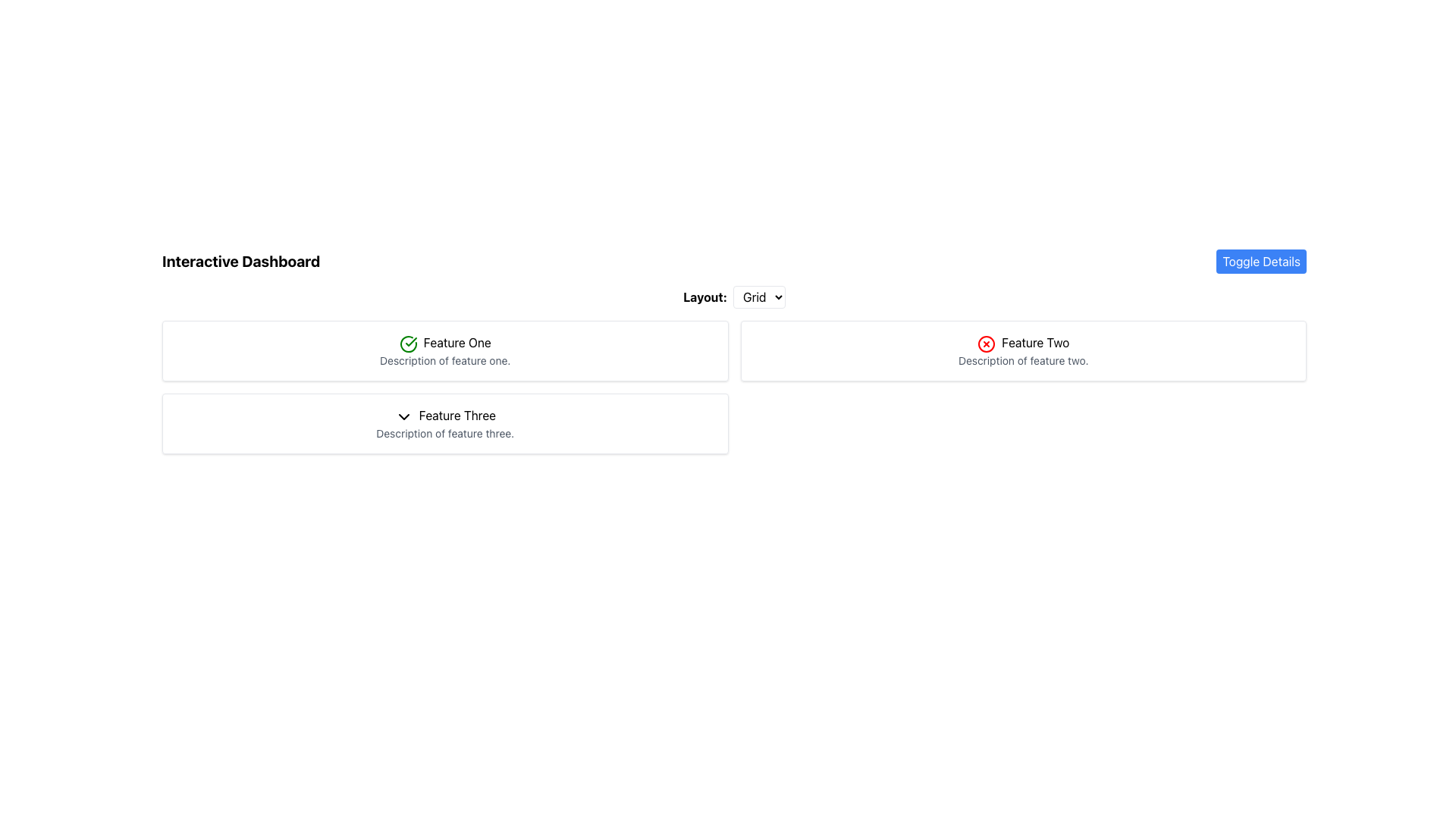 The width and height of the screenshot is (1456, 819). I want to click on details of the Feature Card located in the top-left quadrant, indicating a successfully completed or active feature, so click(444, 350).